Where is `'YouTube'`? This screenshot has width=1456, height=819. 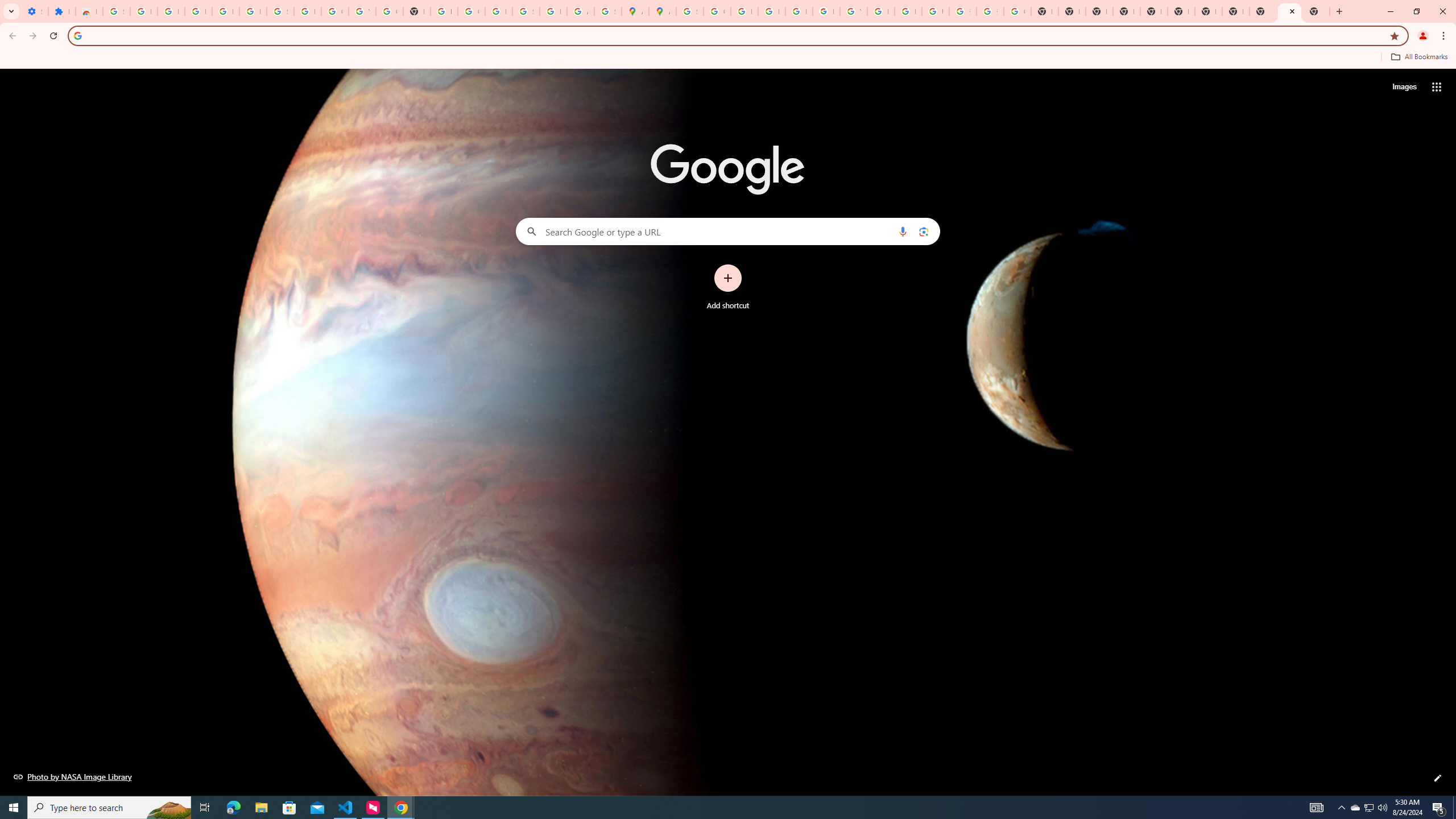 'YouTube' is located at coordinates (853, 11).